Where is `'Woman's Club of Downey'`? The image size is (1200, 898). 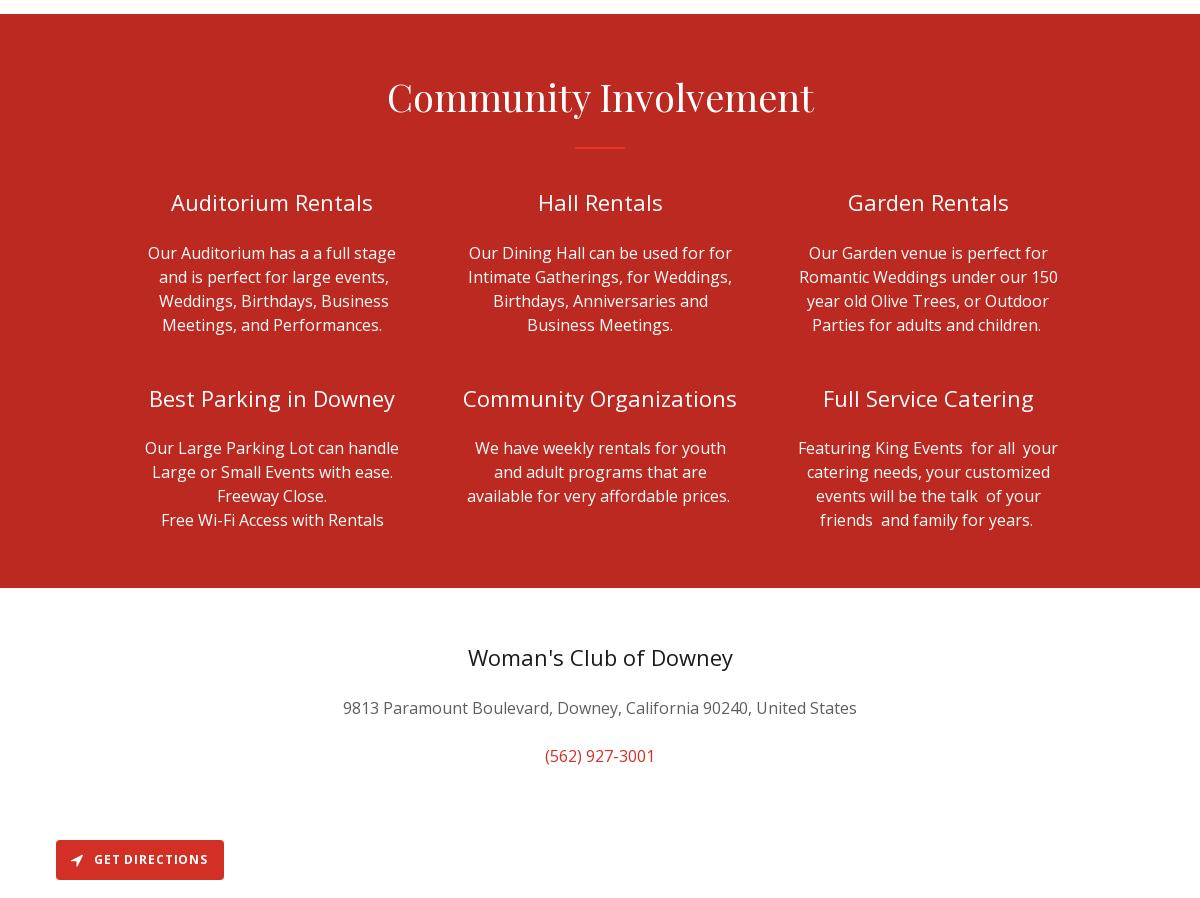 'Woman's Club of Downey' is located at coordinates (598, 655).